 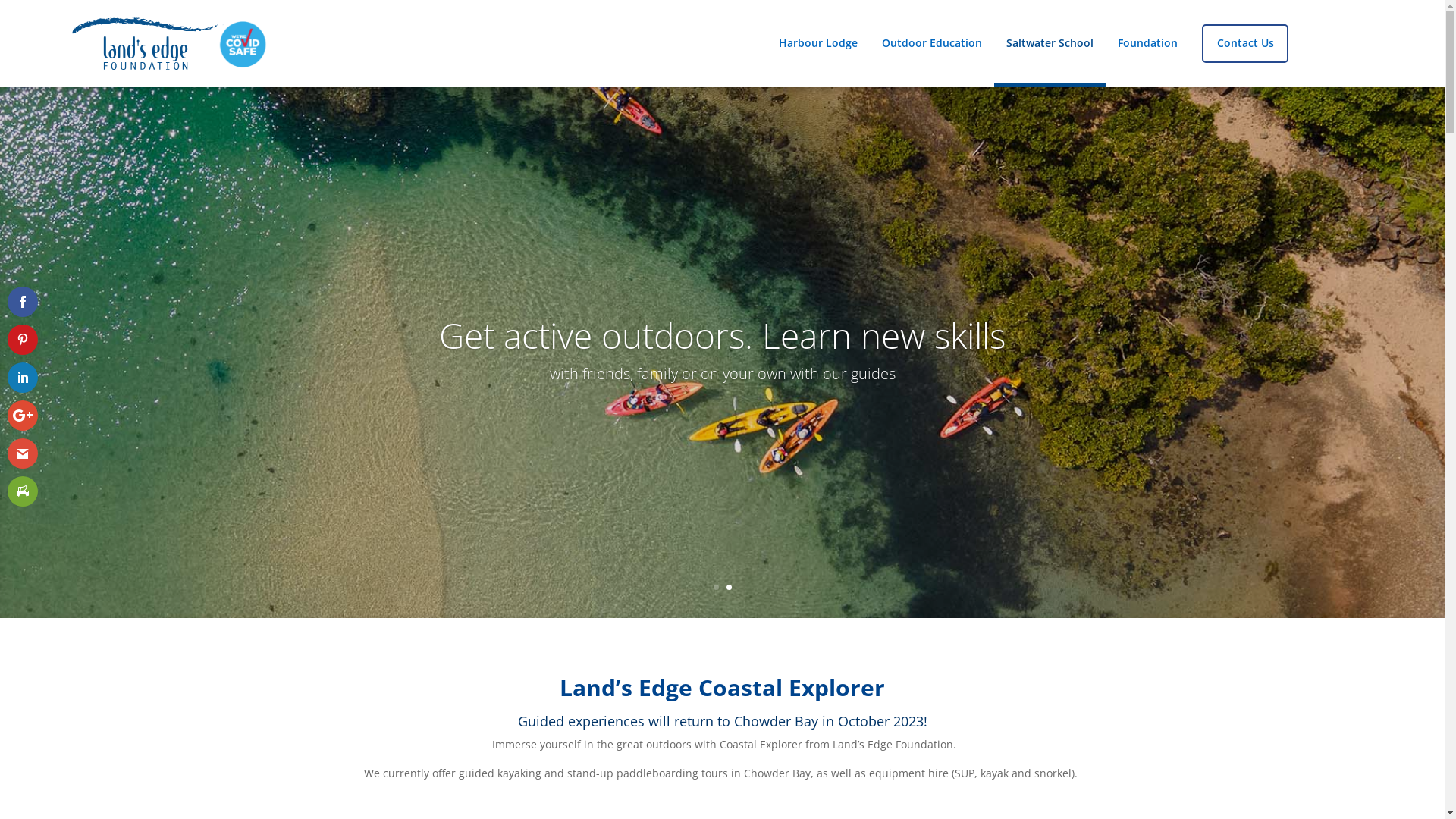 I want to click on '1', so click(x=714, y=586).